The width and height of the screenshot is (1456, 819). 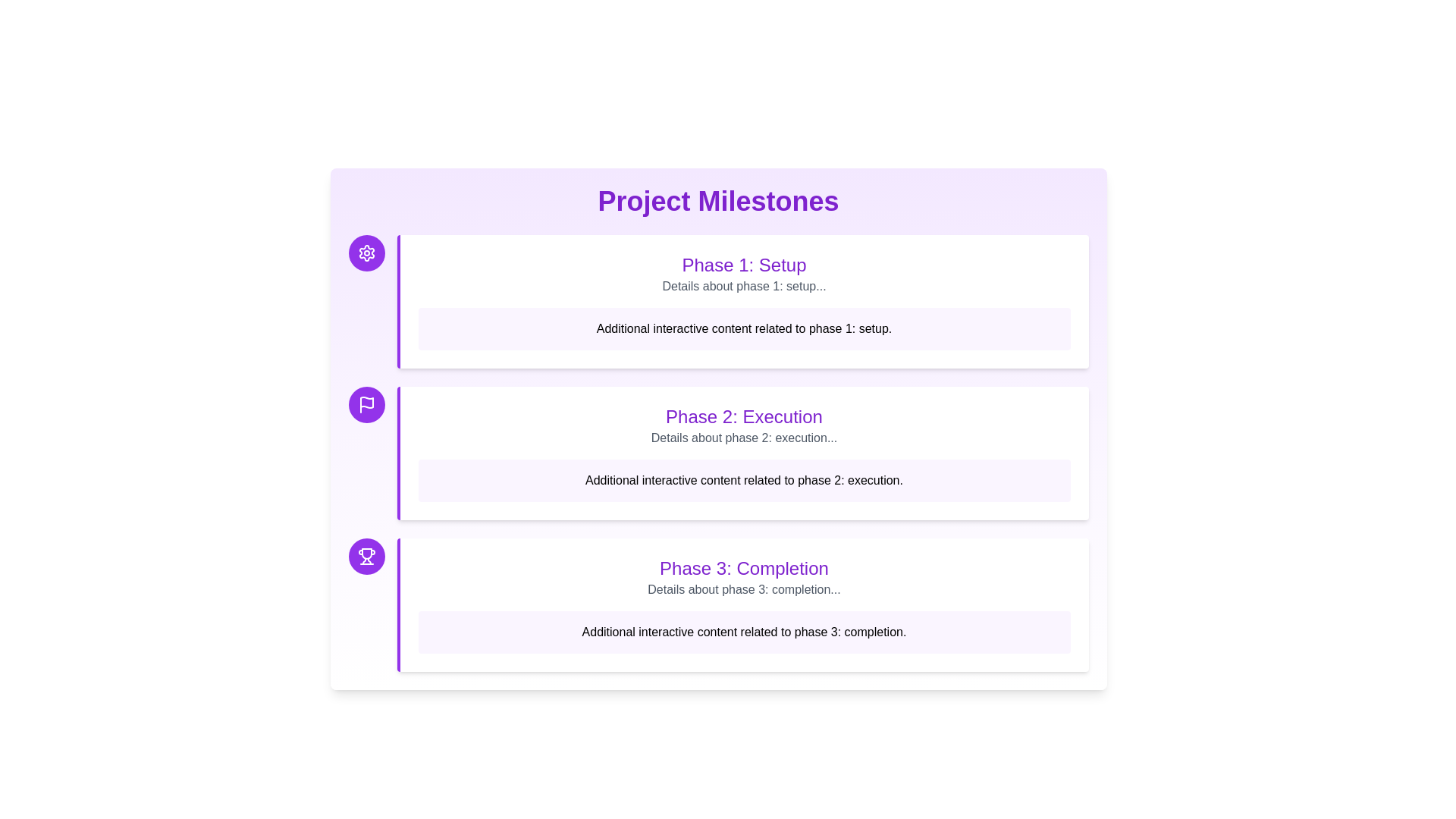 What do you see at coordinates (366, 253) in the screenshot?
I see `the gear icon, which is a monochrome purple icon indicating settings, located in the top-left corner next to the first milestone's header` at bounding box center [366, 253].